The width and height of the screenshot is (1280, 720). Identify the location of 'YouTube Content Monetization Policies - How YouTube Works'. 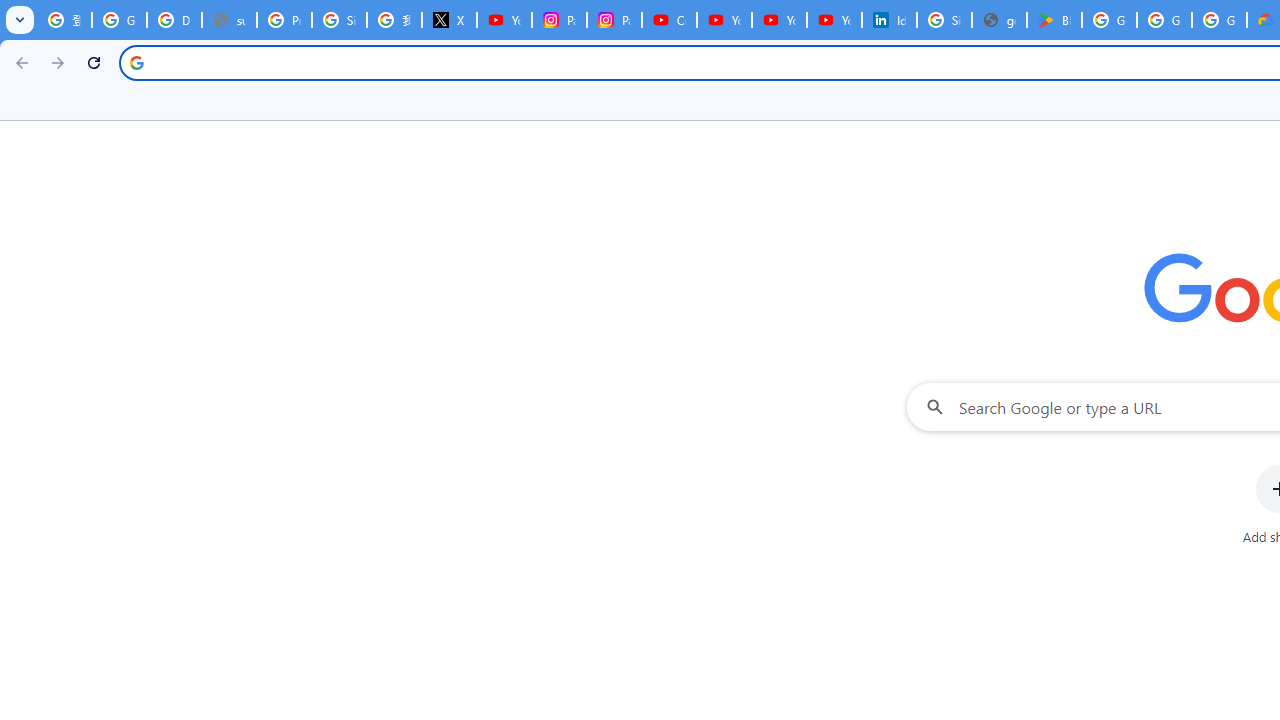
(504, 20).